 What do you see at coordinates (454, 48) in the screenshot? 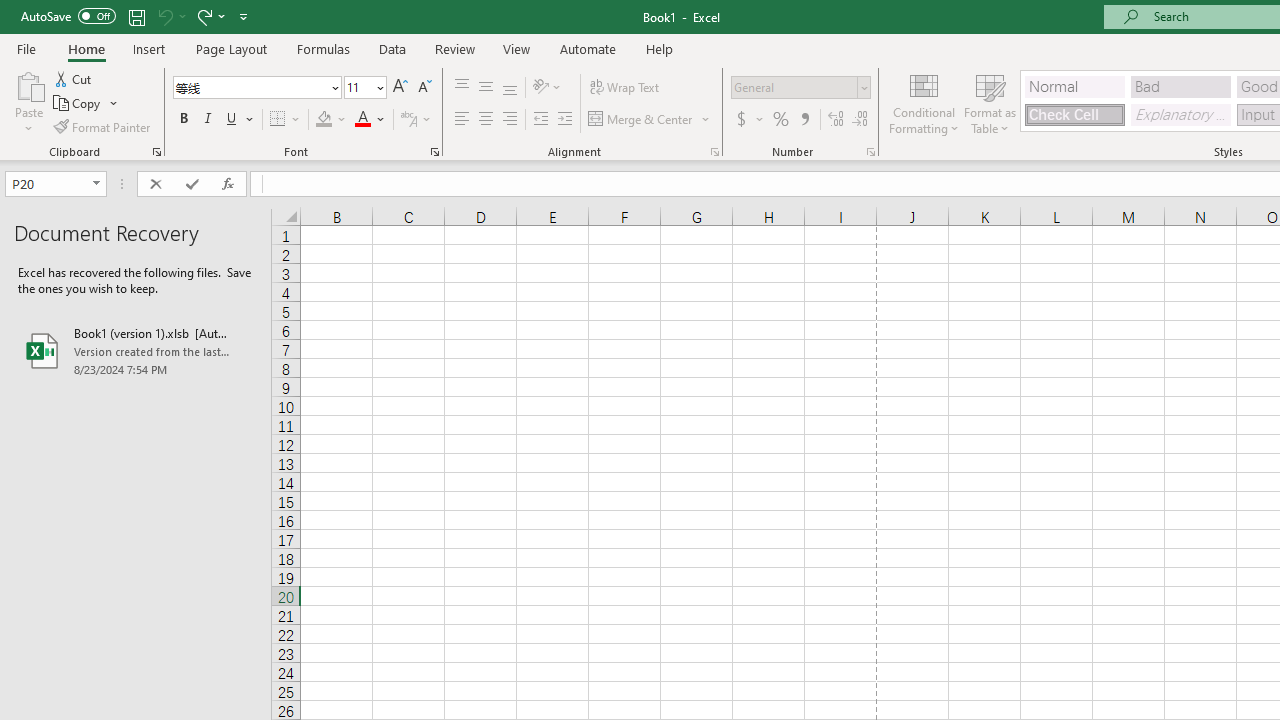
I see `'Review'` at bounding box center [454, 48].